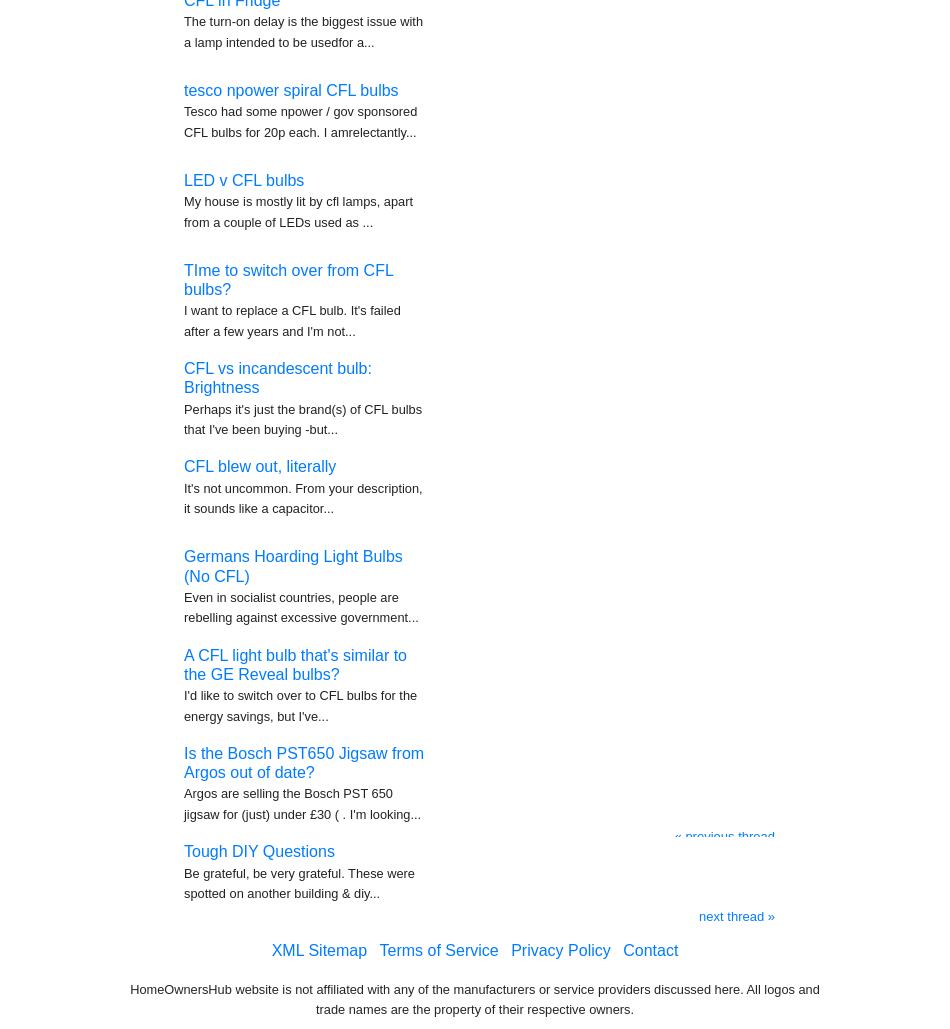 The width and height of the screenshot is (950, 1029). I want to click on 'Germans Hoarding Light Bulbs (No CFL)', so click(291, 555).